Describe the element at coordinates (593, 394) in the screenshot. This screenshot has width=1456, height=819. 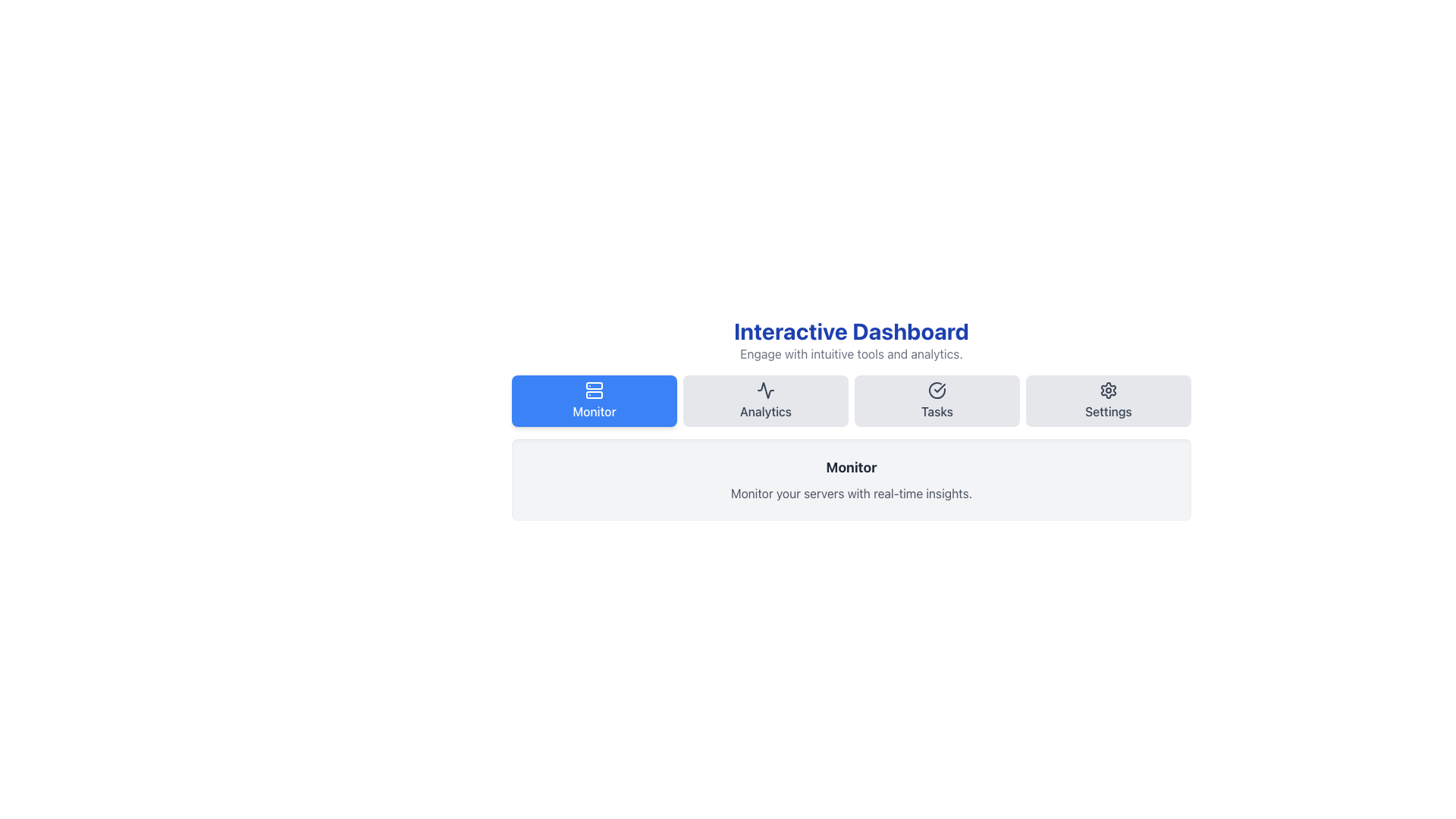
I see `the second rounded rectangle within the server stack icon located in the leftmost button of the horizontal navigation bar` at that location.